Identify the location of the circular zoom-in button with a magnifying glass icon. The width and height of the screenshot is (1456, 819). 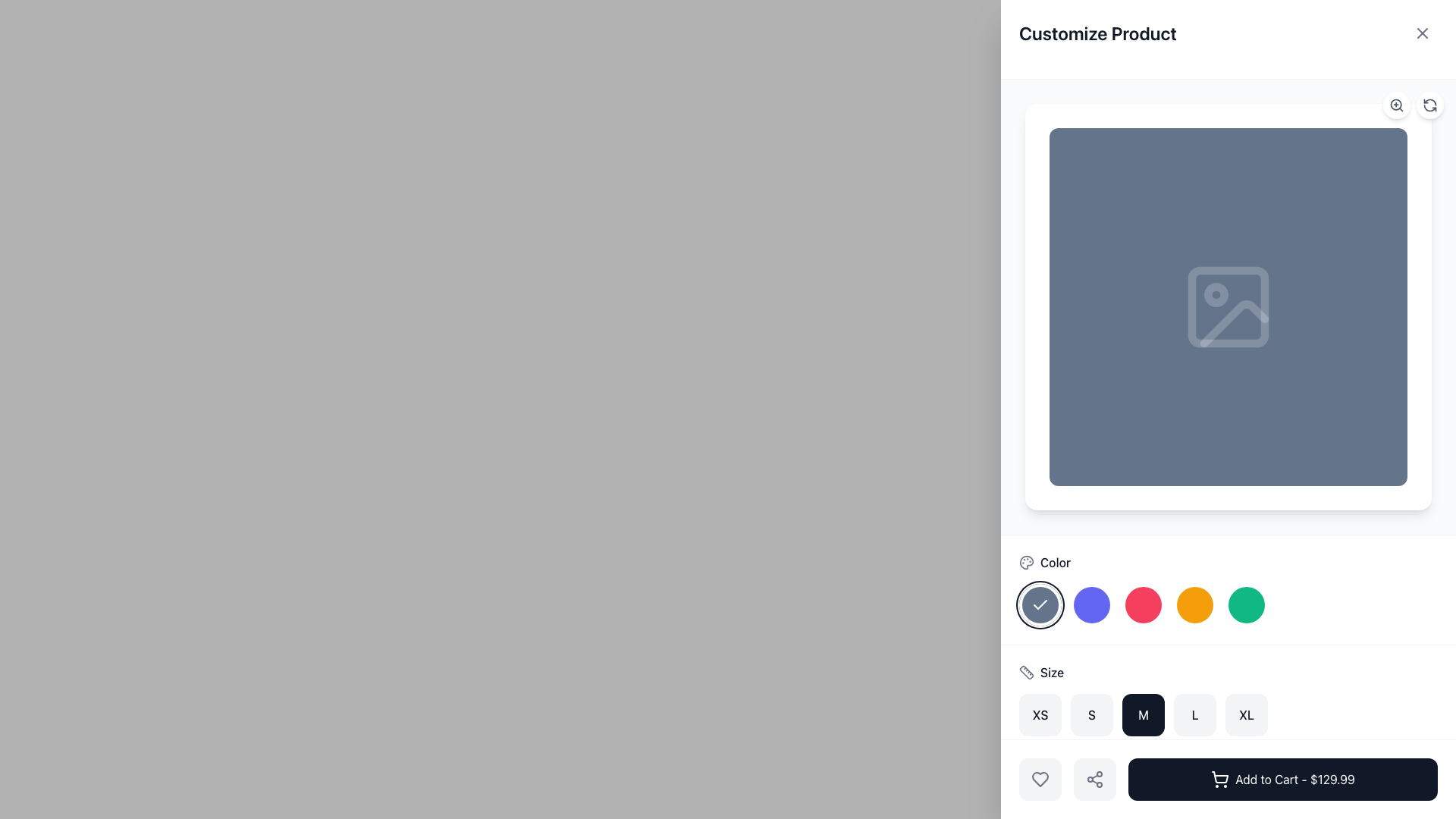
(1396, 104).